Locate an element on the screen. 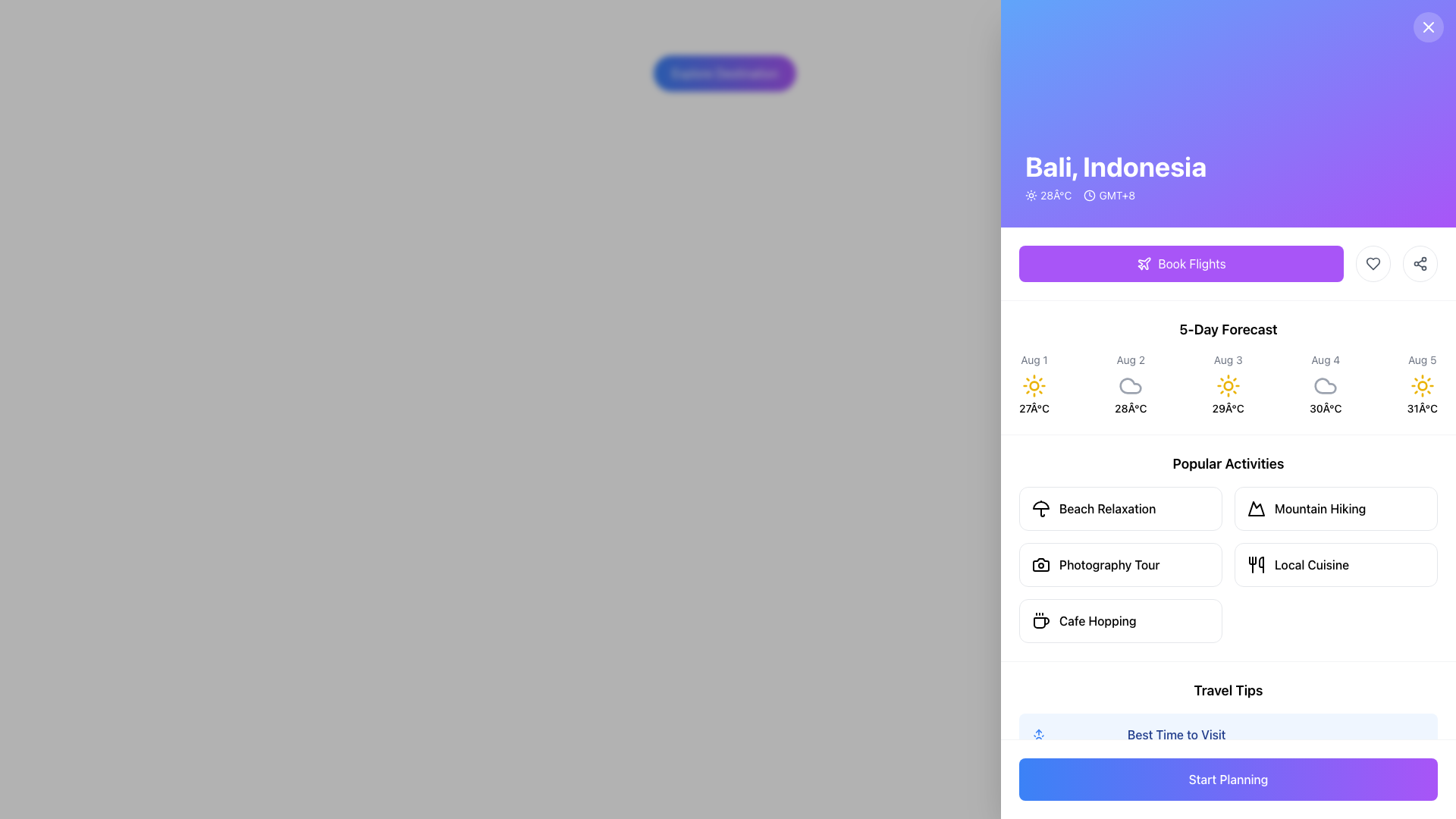 The image size is (1456, 819). the non-interactive text label displaying the forecasted high temperature for 'Aug 4' in degrees Celsius, which is positioned below the weather icon in the 5-day weather forecast section is located at coordinates (1325, 408).